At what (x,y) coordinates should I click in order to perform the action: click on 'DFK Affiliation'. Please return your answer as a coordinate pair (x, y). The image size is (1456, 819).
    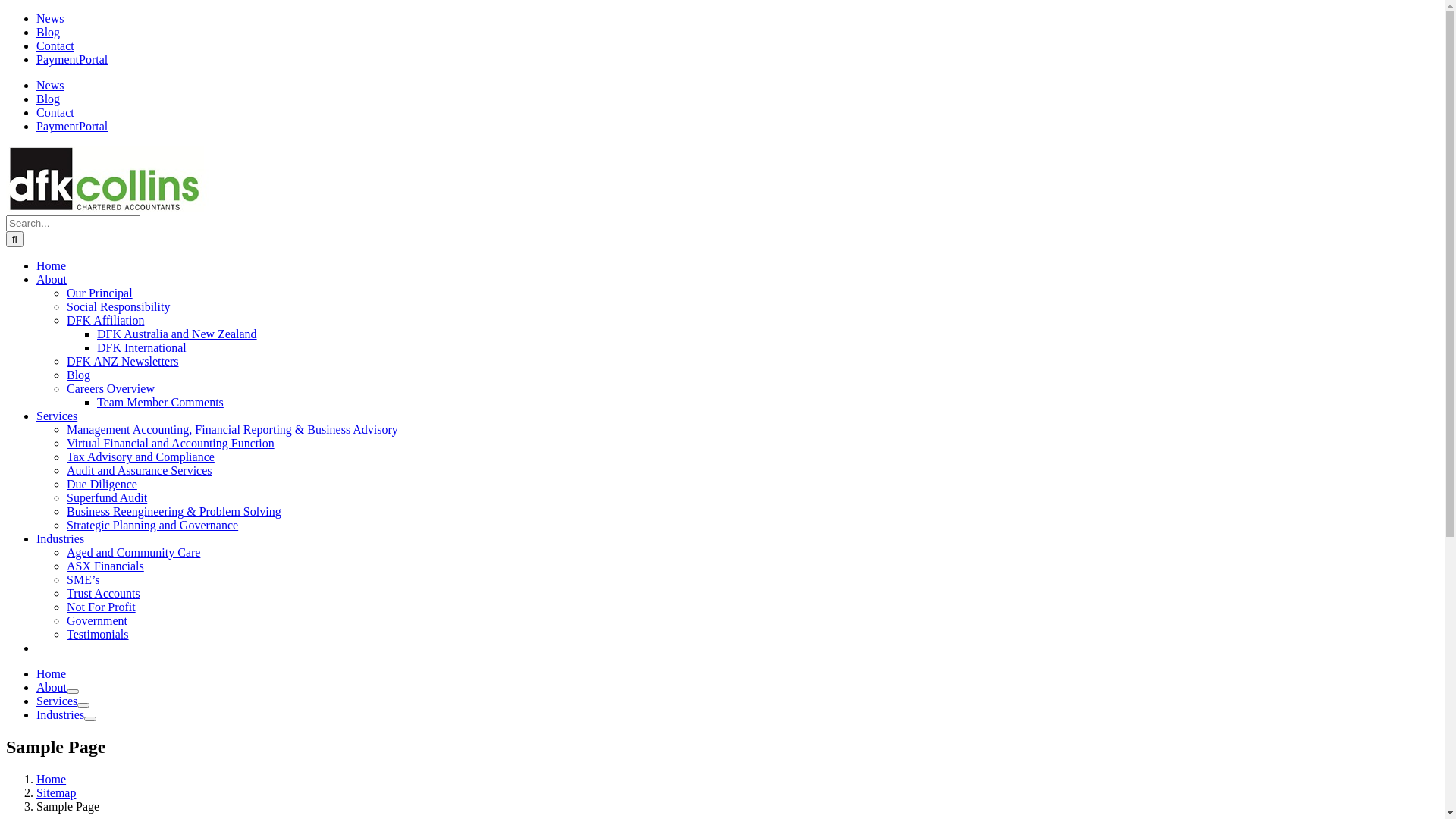
    Looking at the image, I should click on (105, 319).